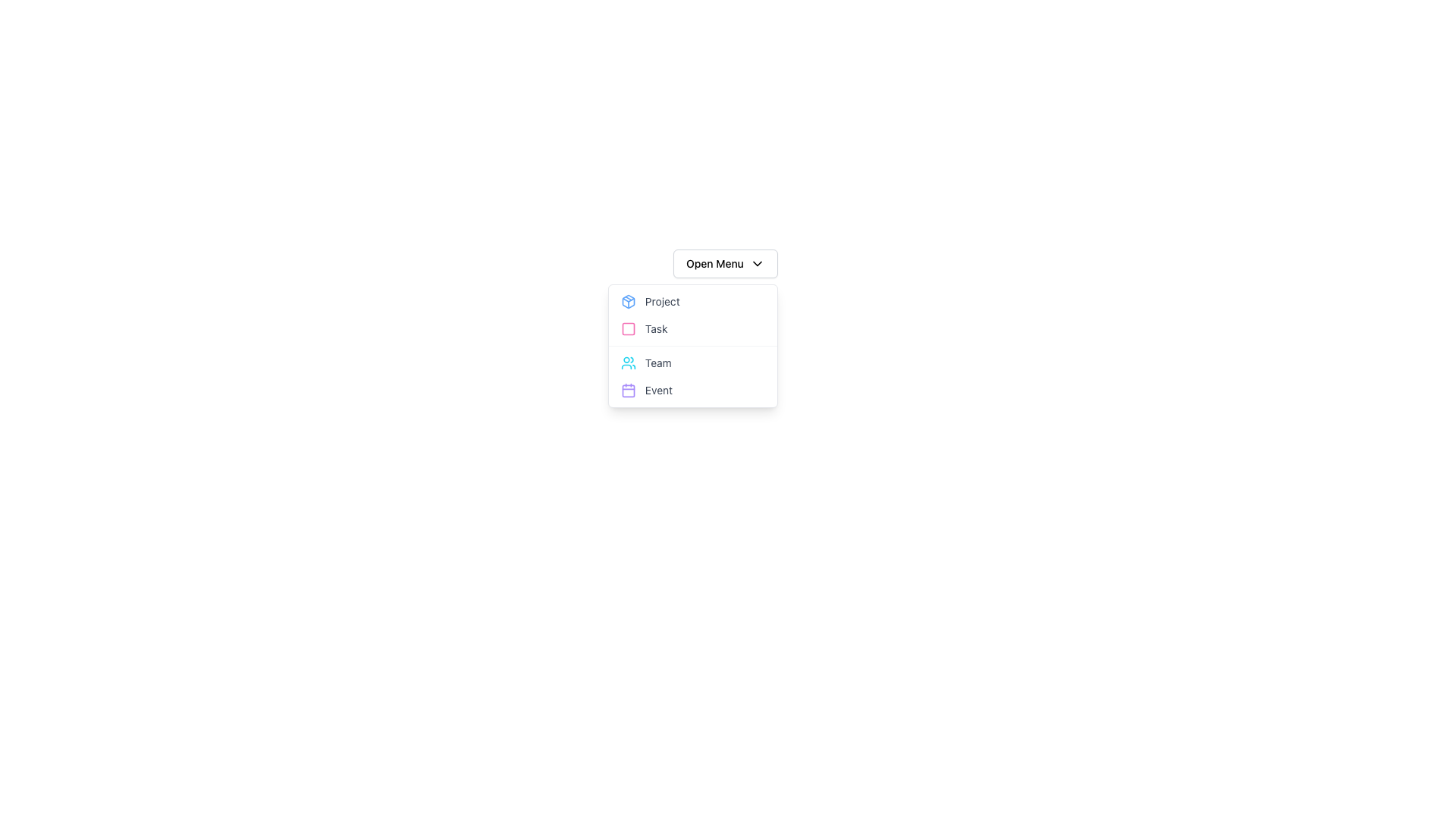  What do you see at coordinates (628, 328) in the screenshot?
I see `the first graphical icon inside the 'Task' row of the dropdown menu, which is a square icon with a pink border and a dot inside` at bounding box center [628, 328].